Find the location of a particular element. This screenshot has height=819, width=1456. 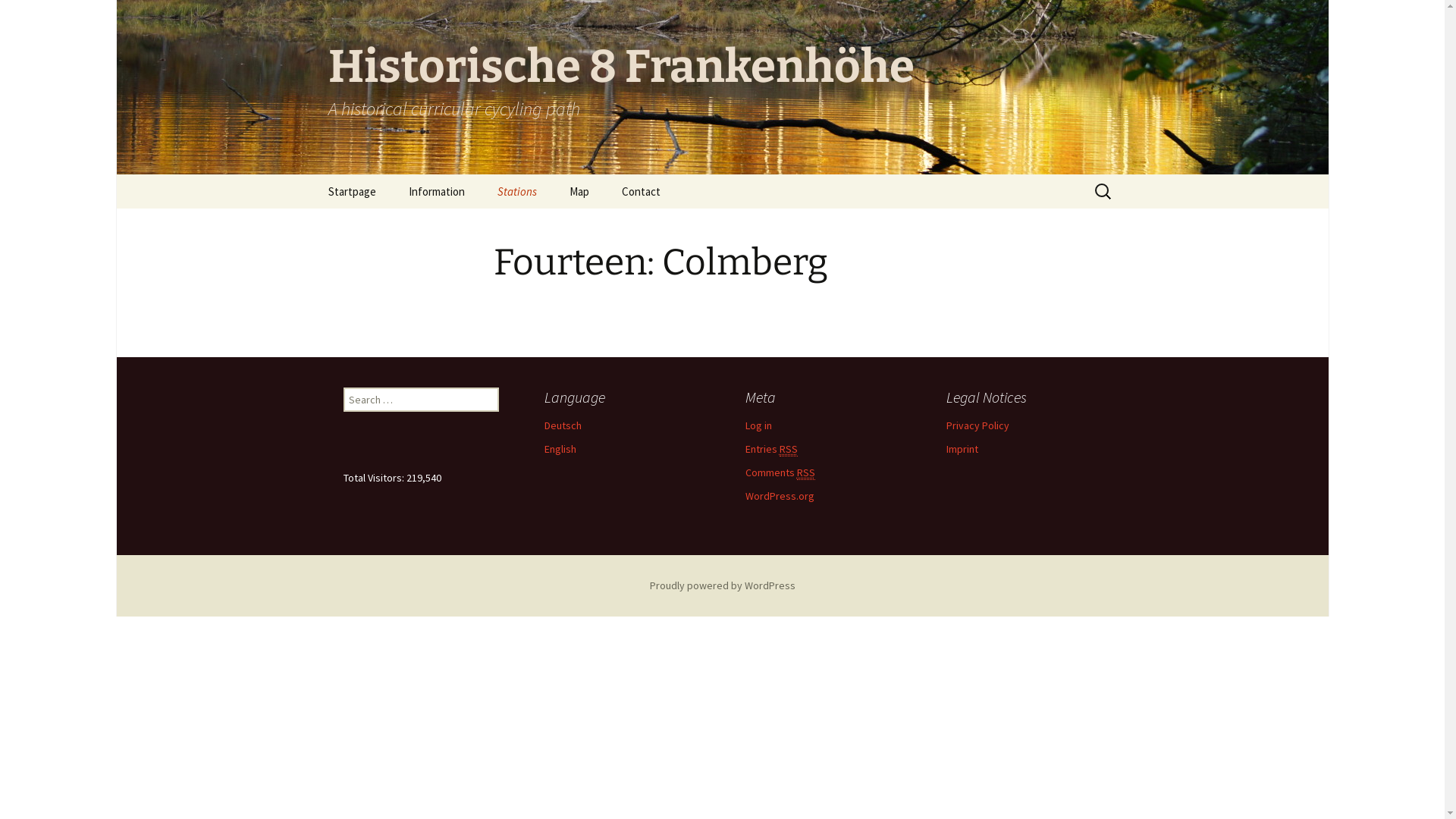

'Educational materials' is located at coordinates (468, 225).